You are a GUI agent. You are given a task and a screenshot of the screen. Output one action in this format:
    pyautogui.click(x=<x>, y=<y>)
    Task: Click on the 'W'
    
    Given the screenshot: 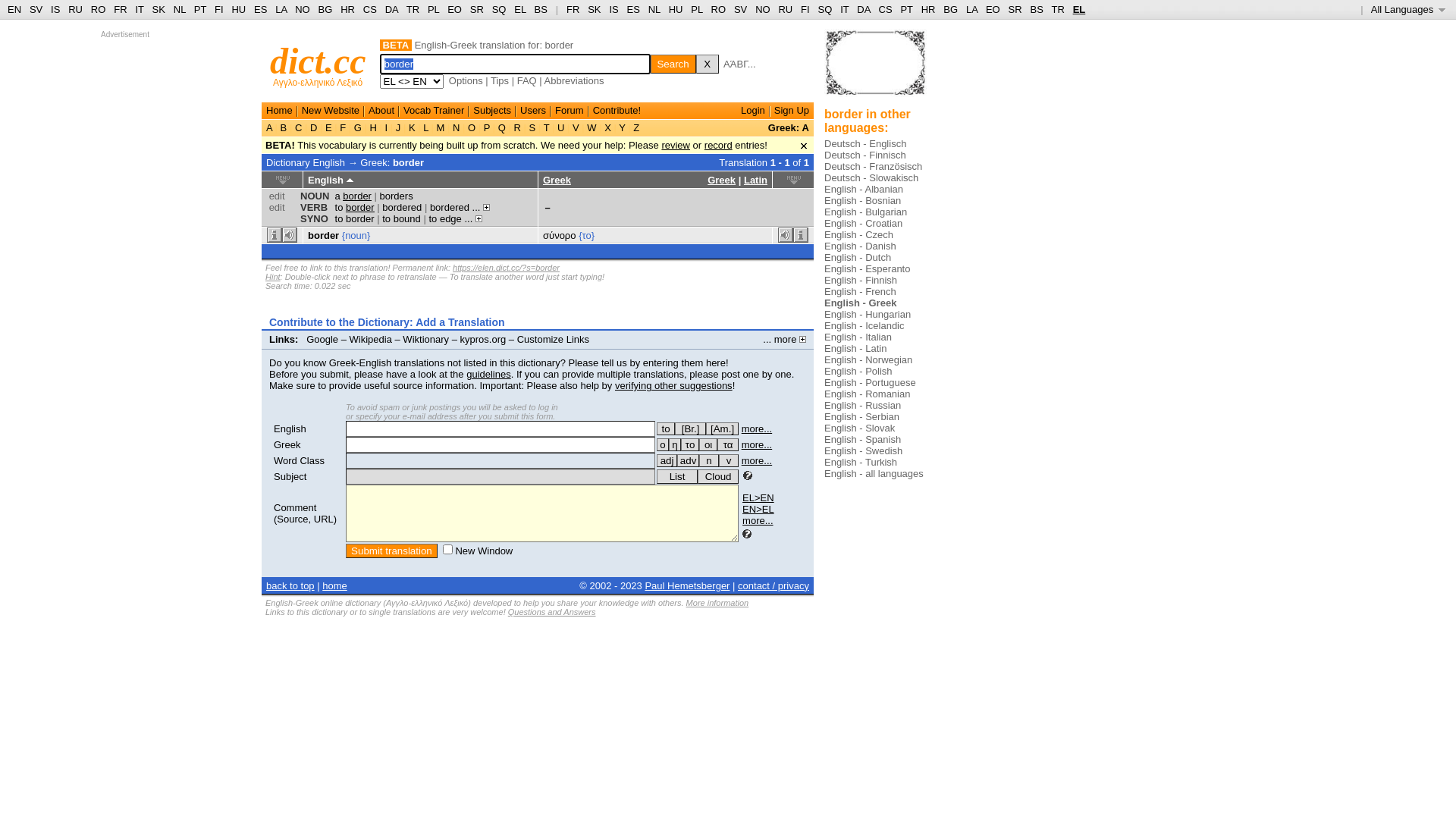 What is the action you would take?
    pyautogui.click(x=591, y=127)
    